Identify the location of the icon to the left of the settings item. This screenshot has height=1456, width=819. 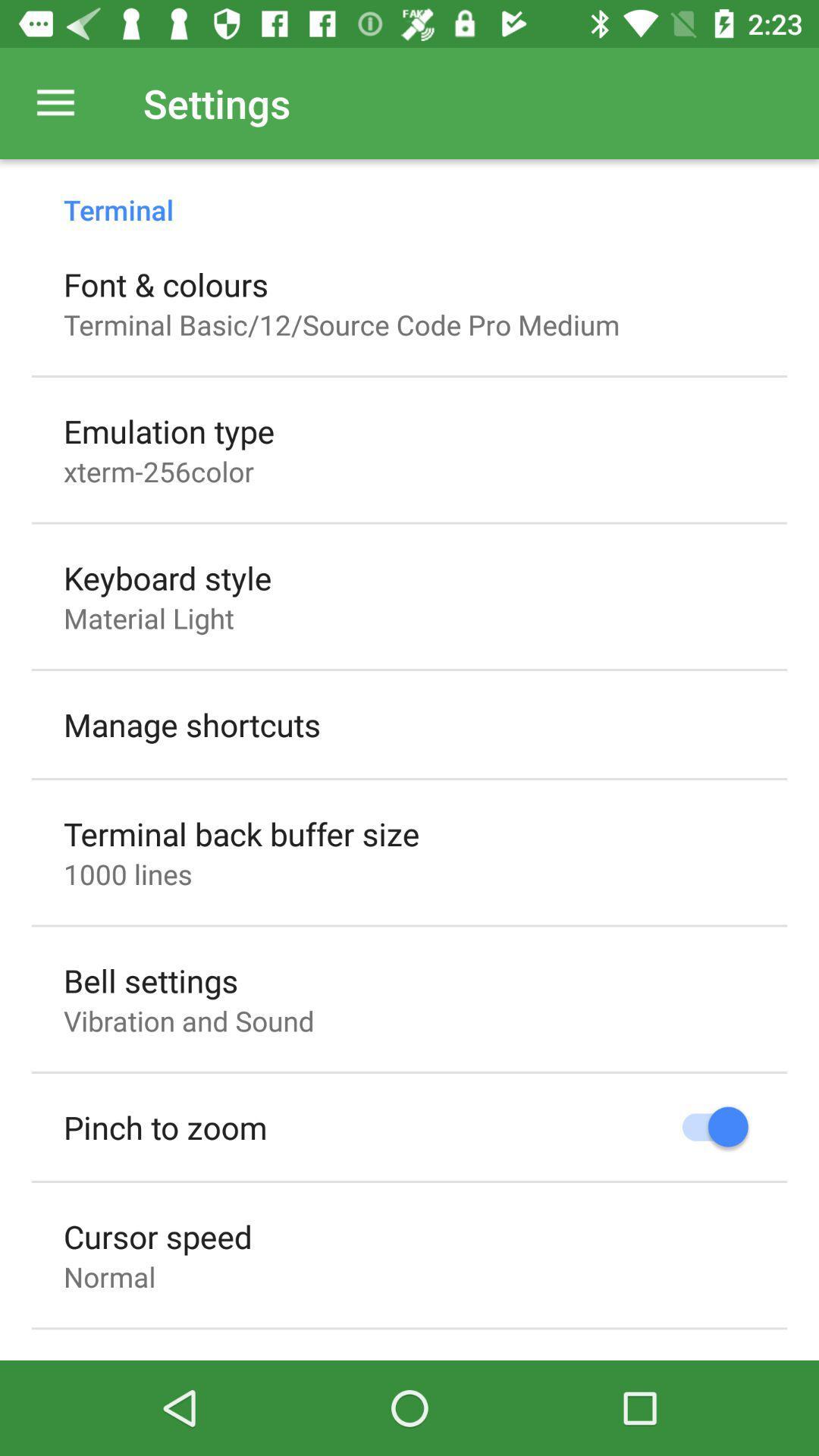
(55, 102).